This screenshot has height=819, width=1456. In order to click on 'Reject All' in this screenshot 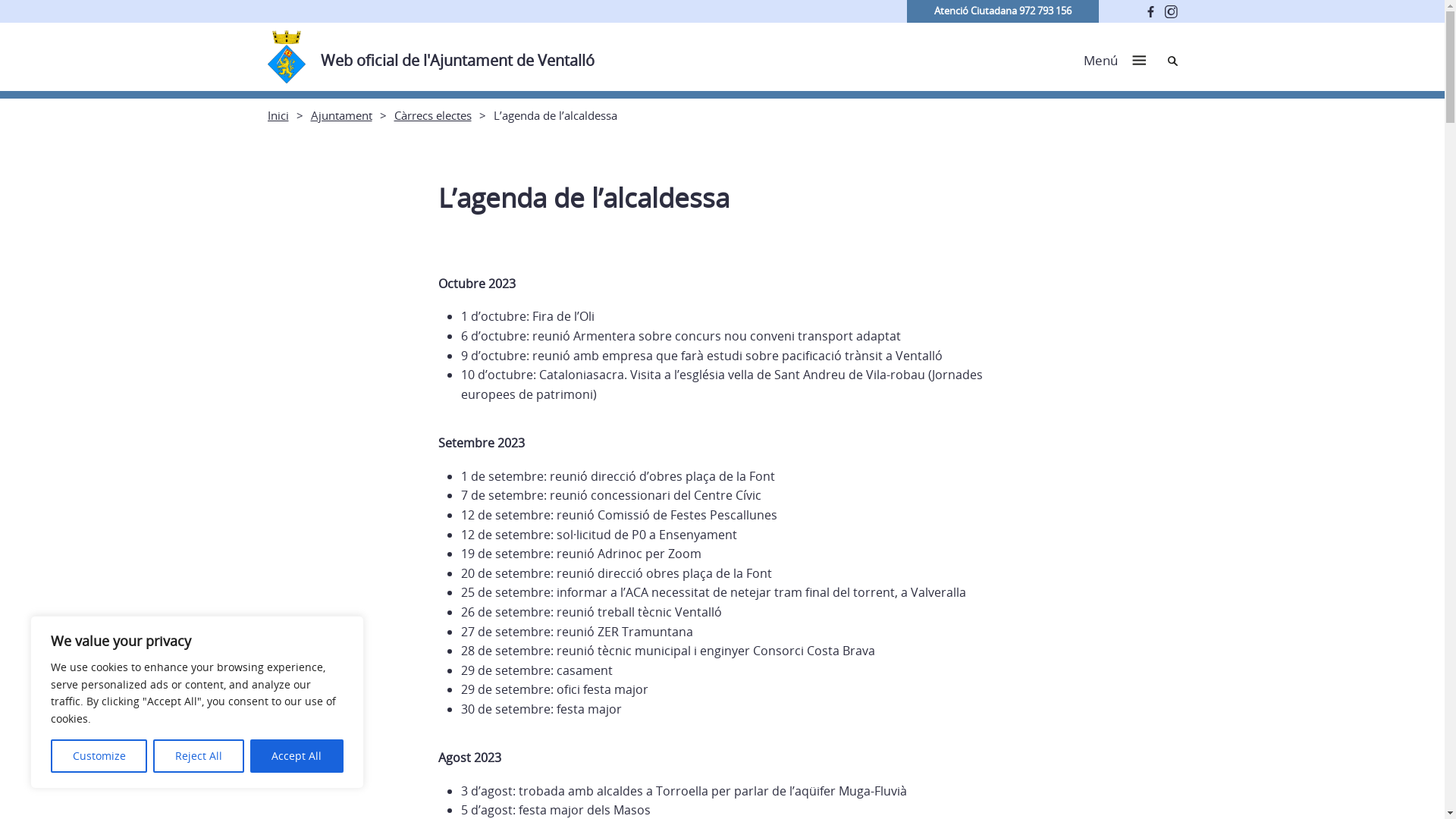, I will do `click(197, 755)`.